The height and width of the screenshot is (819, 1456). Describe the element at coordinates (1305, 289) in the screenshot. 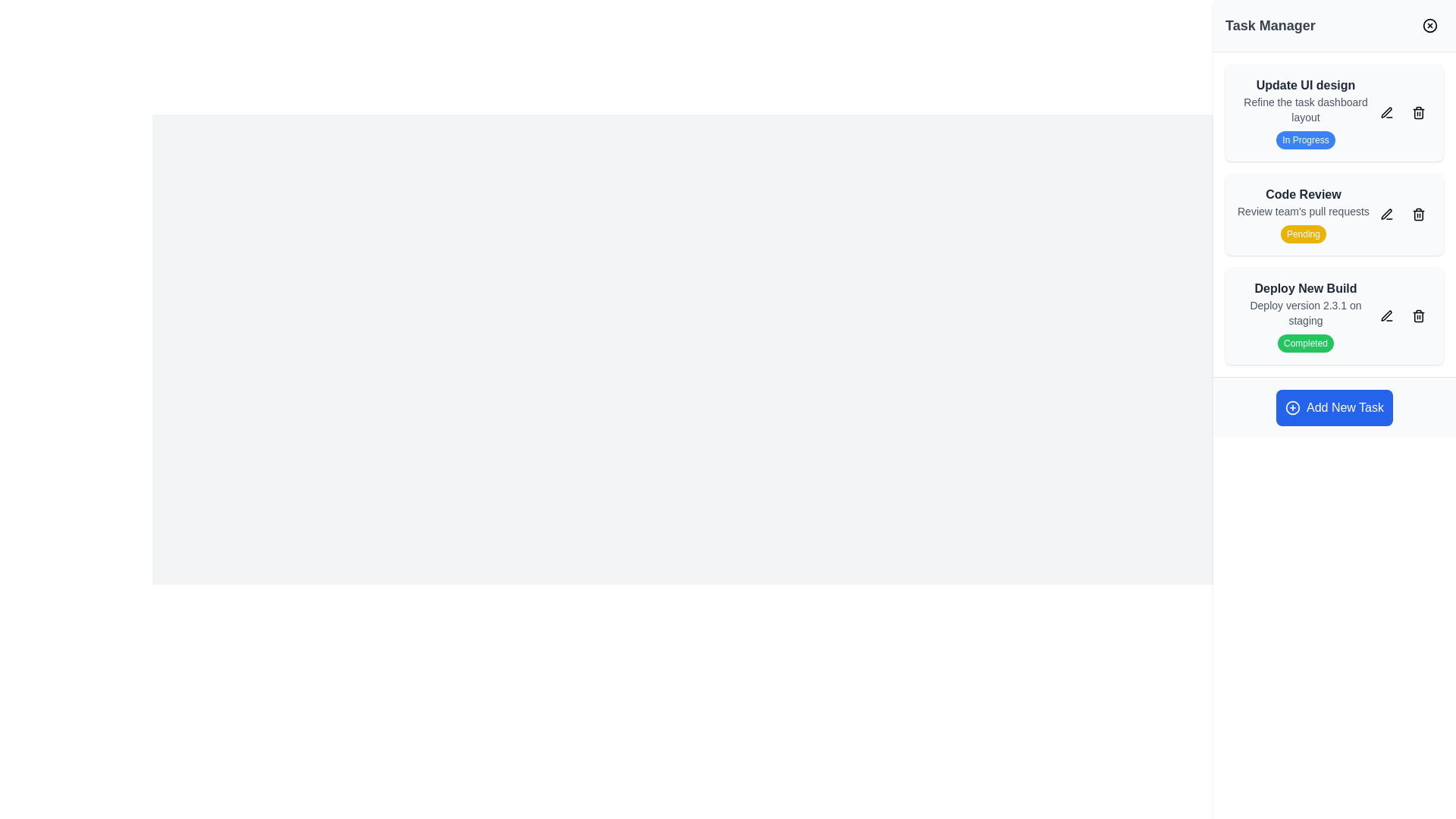

I see `the text label for the third task entry in the vertical task list on the right-hand side, which serves as a title or identifier for the task` at that location.